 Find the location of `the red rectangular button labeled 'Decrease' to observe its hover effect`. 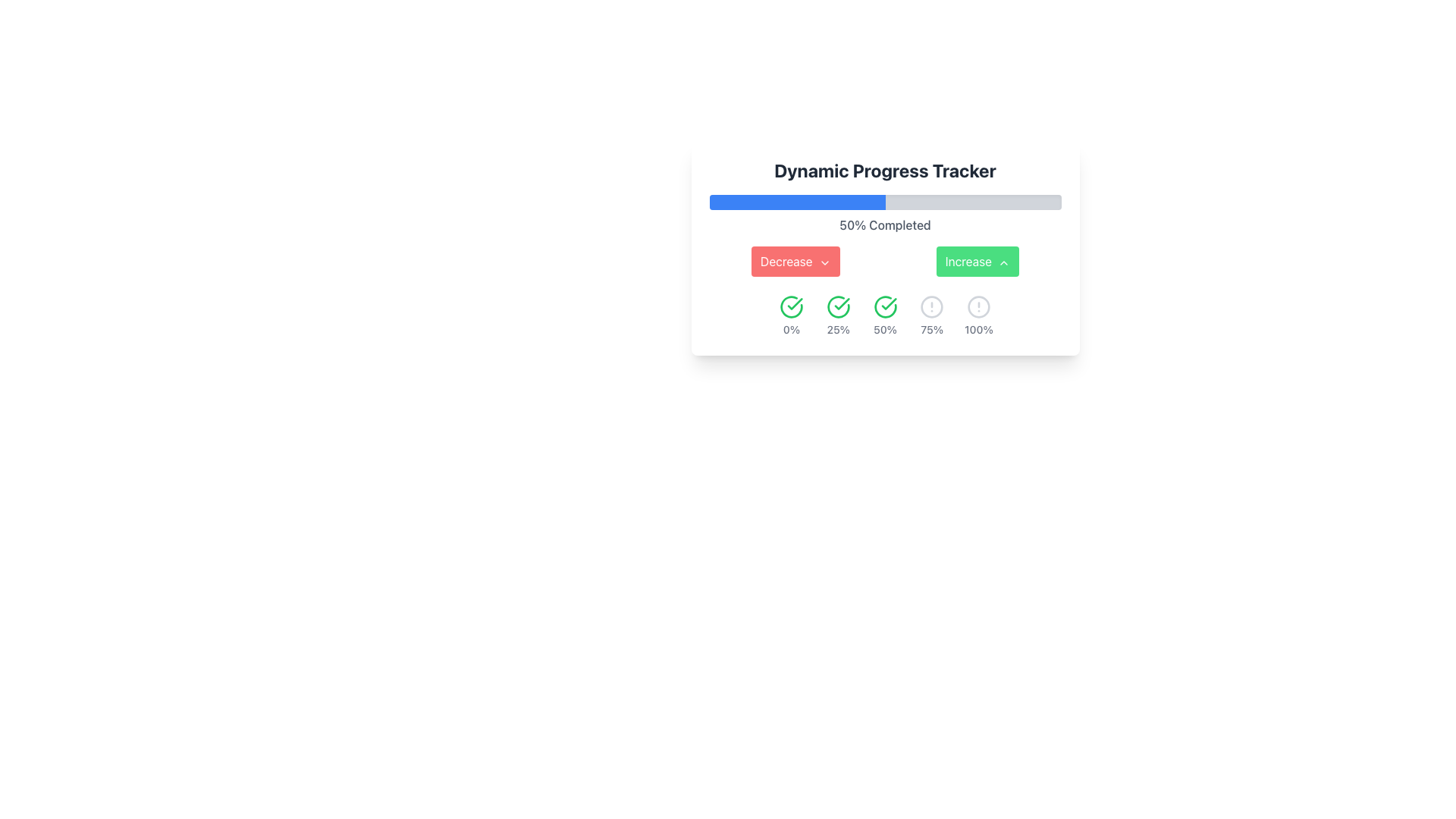

the red rectangular button labeled 'Decrease' to observe its hover effect is located at coordinates (795, 260).